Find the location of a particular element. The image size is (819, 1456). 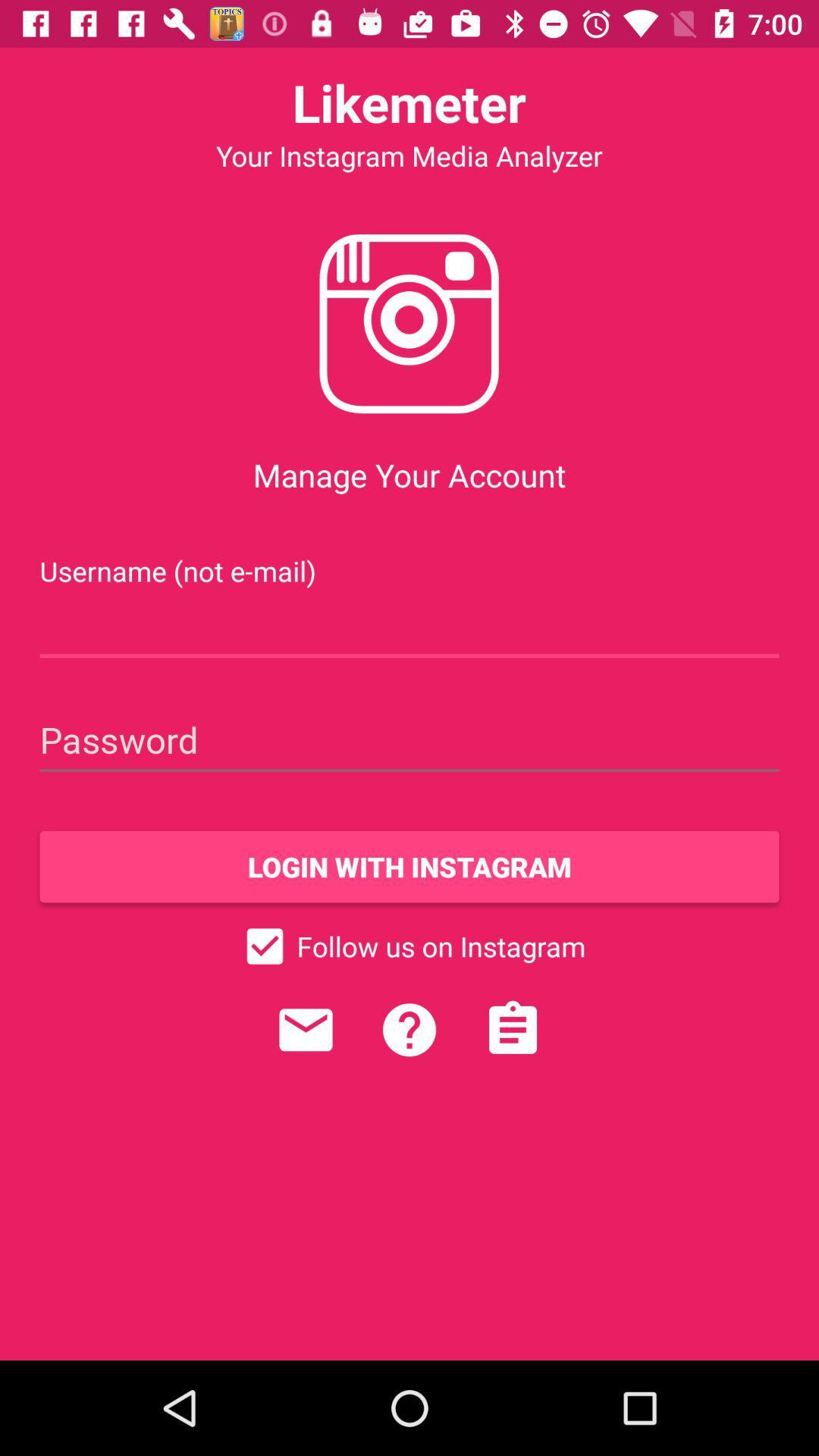

icon below follow us on item is located at coordinates (409, 1030).